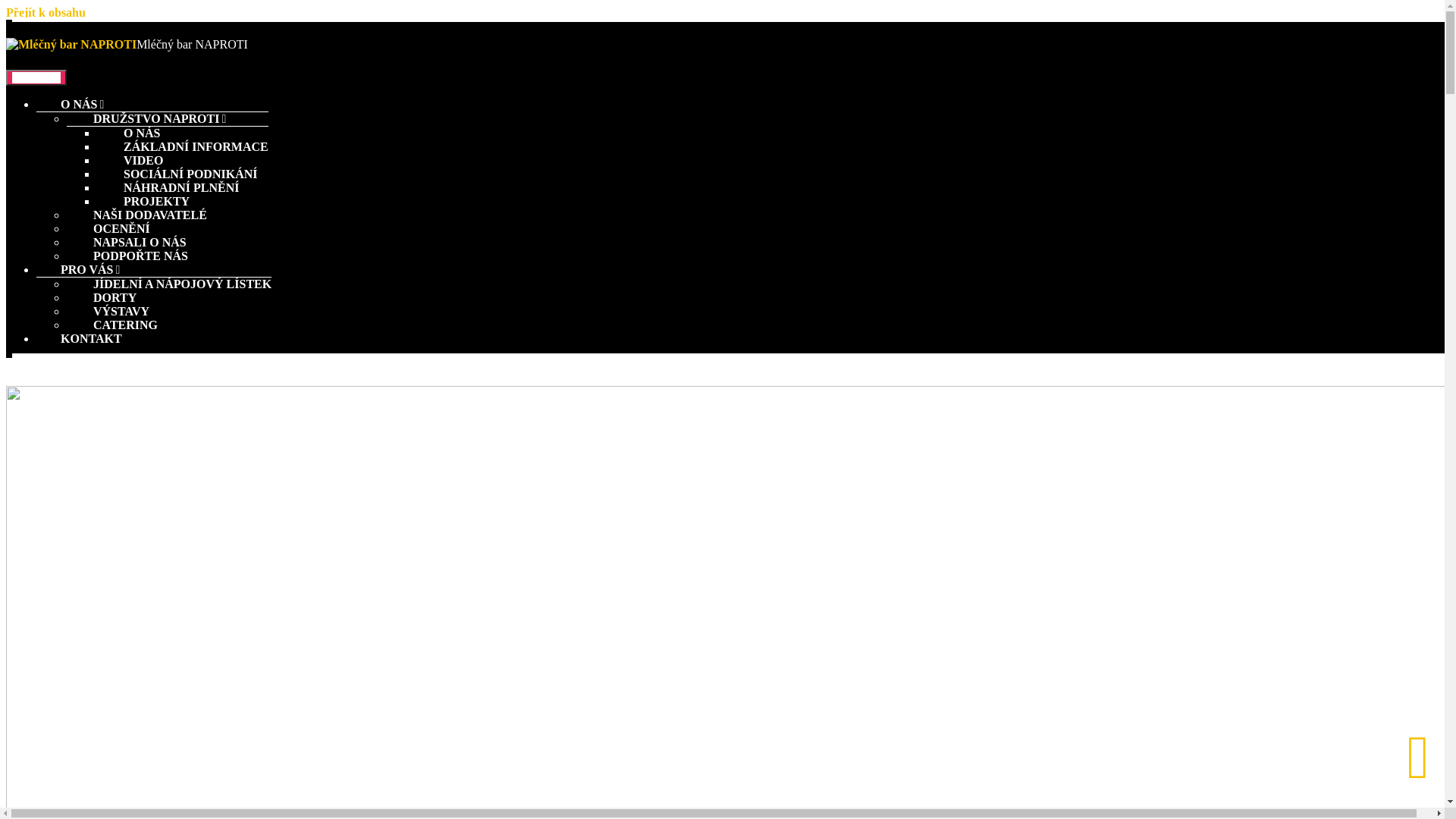 Image resolution: width=1456 pixels, height=819 pixels. What do you see at coordinates (130, 143) in the screenshot?
I see `'VIDEO'` at bounding box center [130, 143].